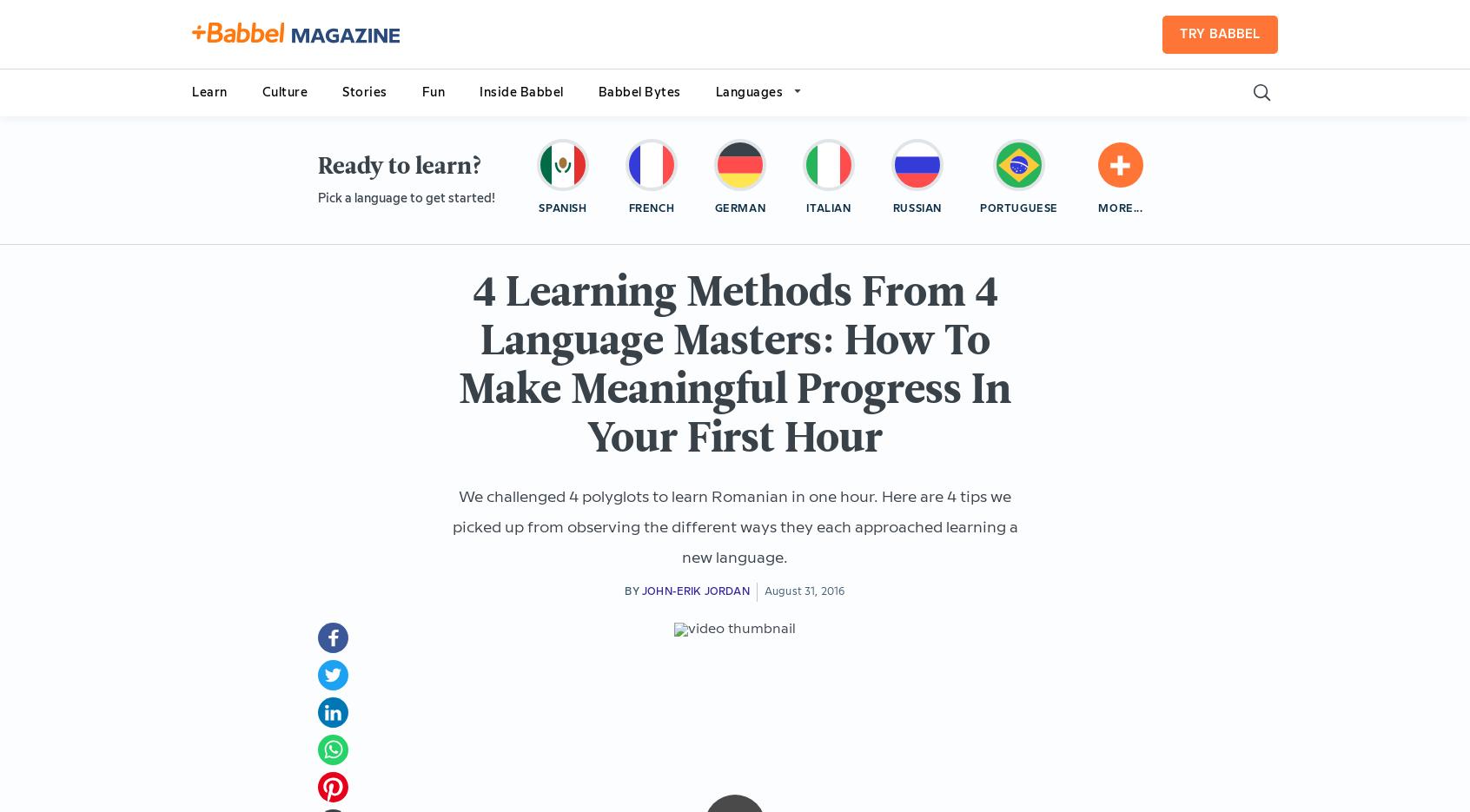 The height and width of the screenshot is (812, 1470). What do you see at coordinates (804, 591) in the screenshot?
I see `'August 31, 2016'` at bounding box center [804, 591].